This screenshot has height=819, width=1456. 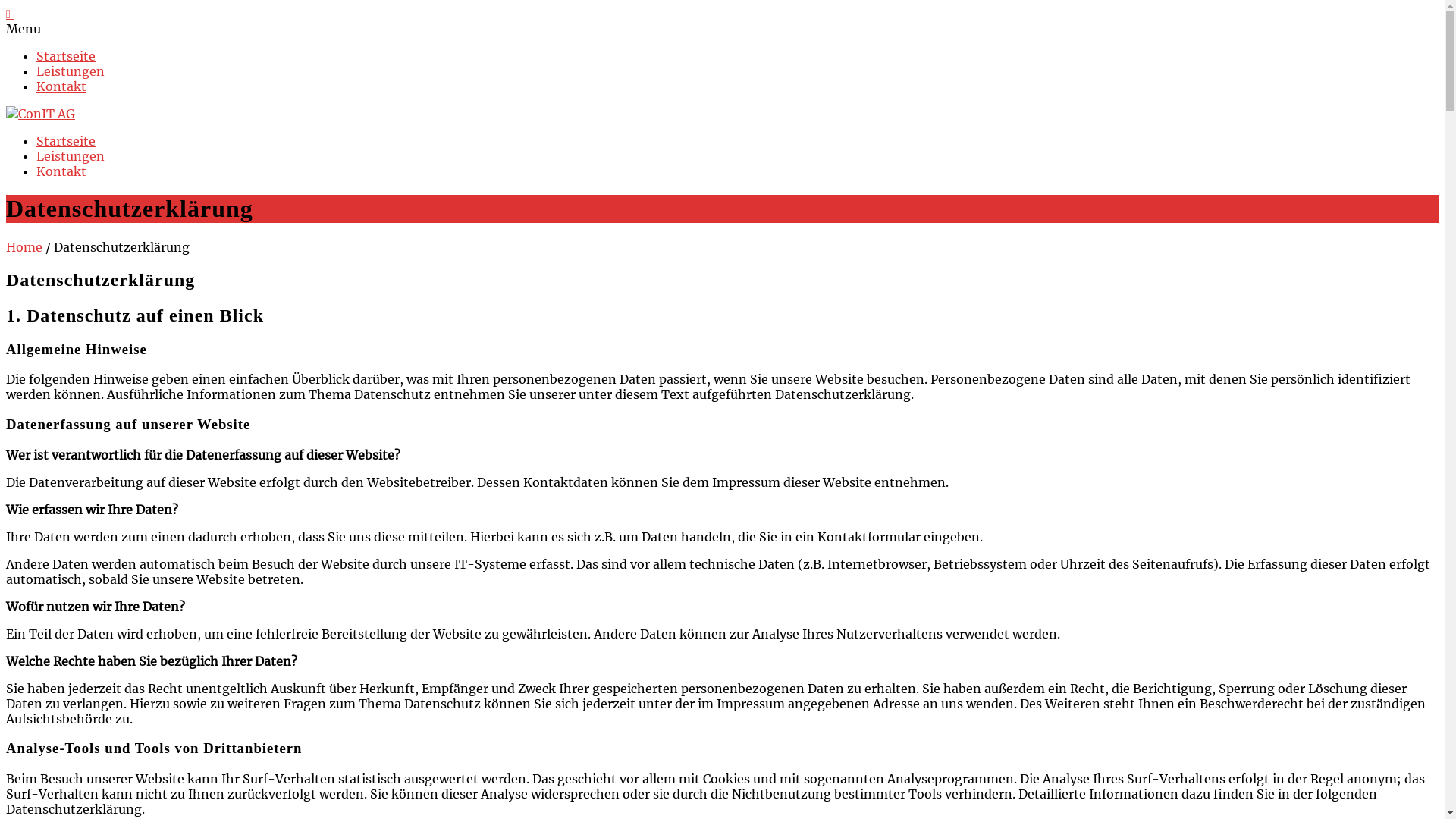 What do you see at coordinates (10, 14) in the screenshot?
I see `' '` at bounding box center [10, 14].